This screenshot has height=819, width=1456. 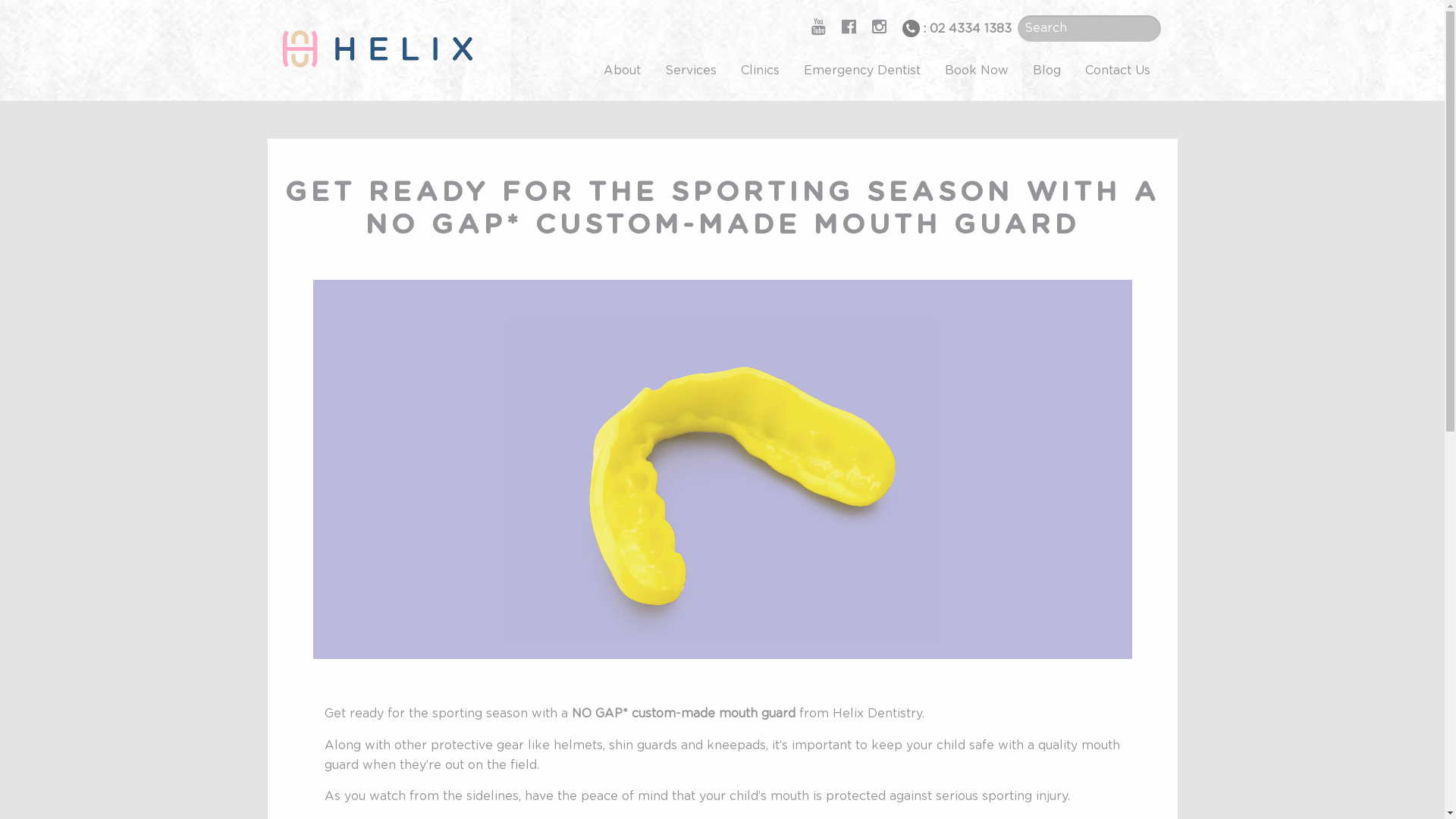 I want to click on 'Services', so click(x=689, y=70).